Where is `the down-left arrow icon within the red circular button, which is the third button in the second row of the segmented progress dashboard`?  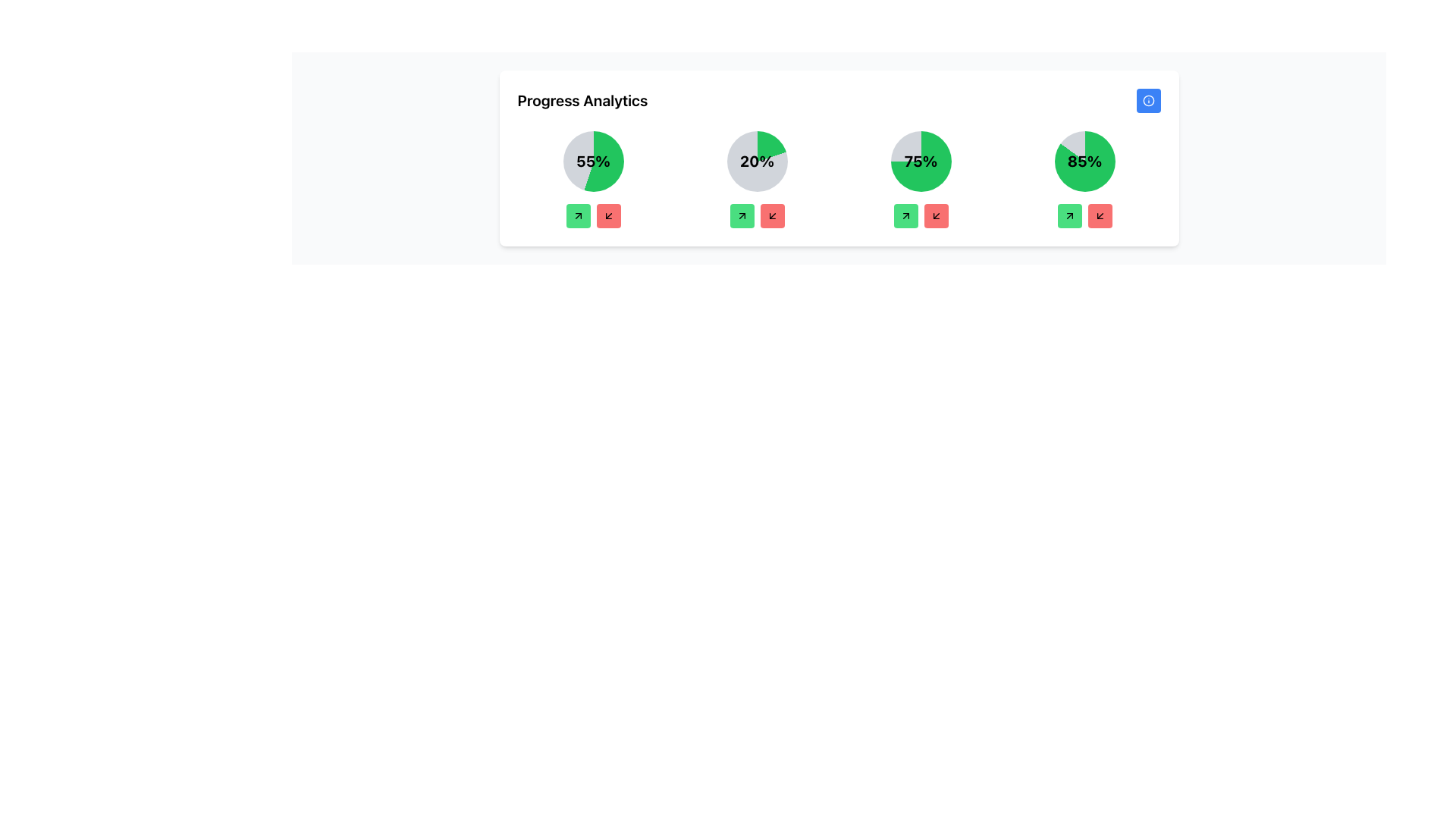
the down-left arrow icon within the red circular button, which is the third button in the second row of the segmented progress dashboard is located at coordinates (772, 216).